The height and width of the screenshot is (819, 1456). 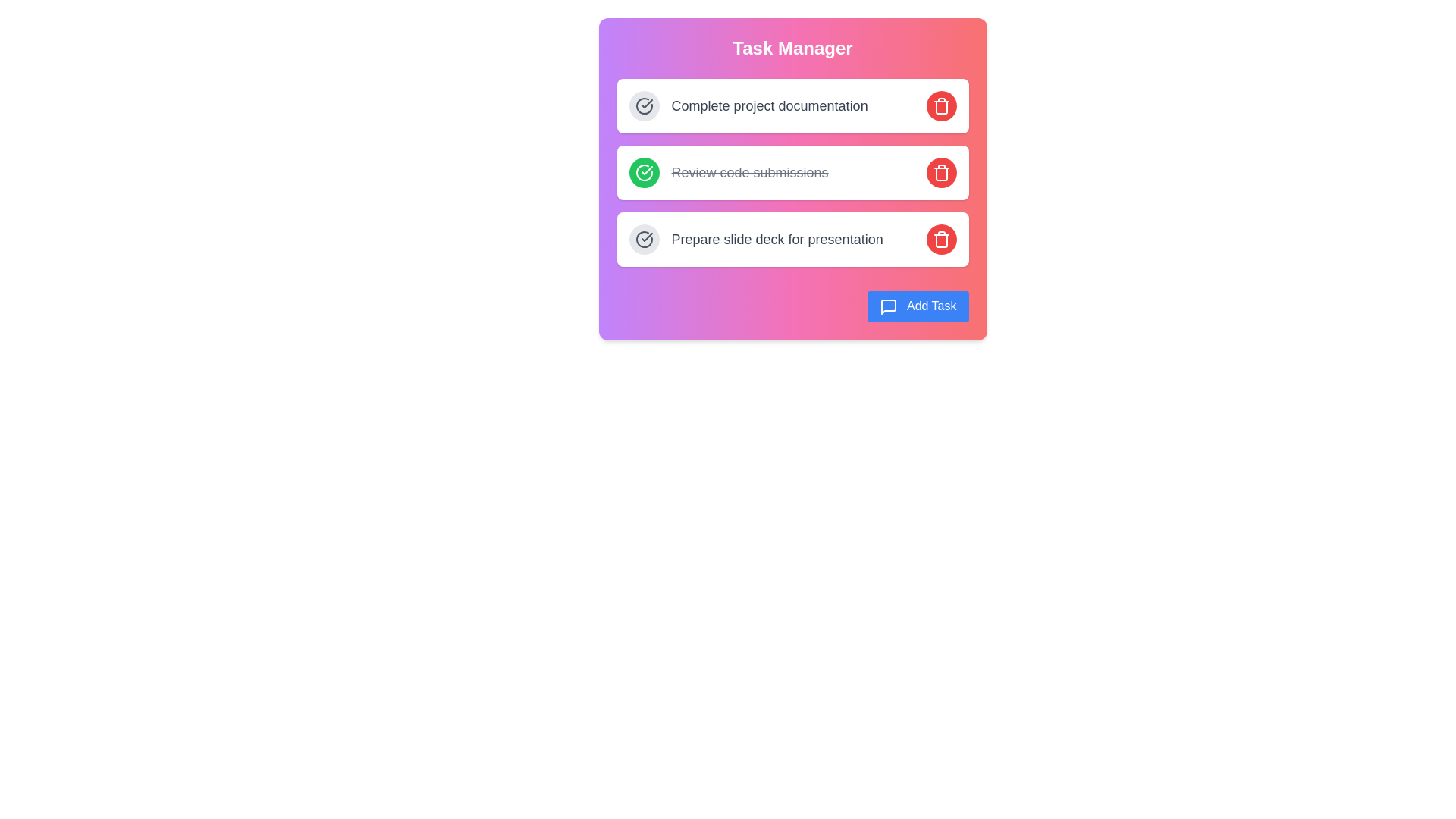 What do you see at coordinates (644, 105) in the screenshot?
I see `the completion status icon located in the top task row of the task manager interface, which is positioned to the left of the task titled 'Complete project documentation'` at bounding box center [644, 105].